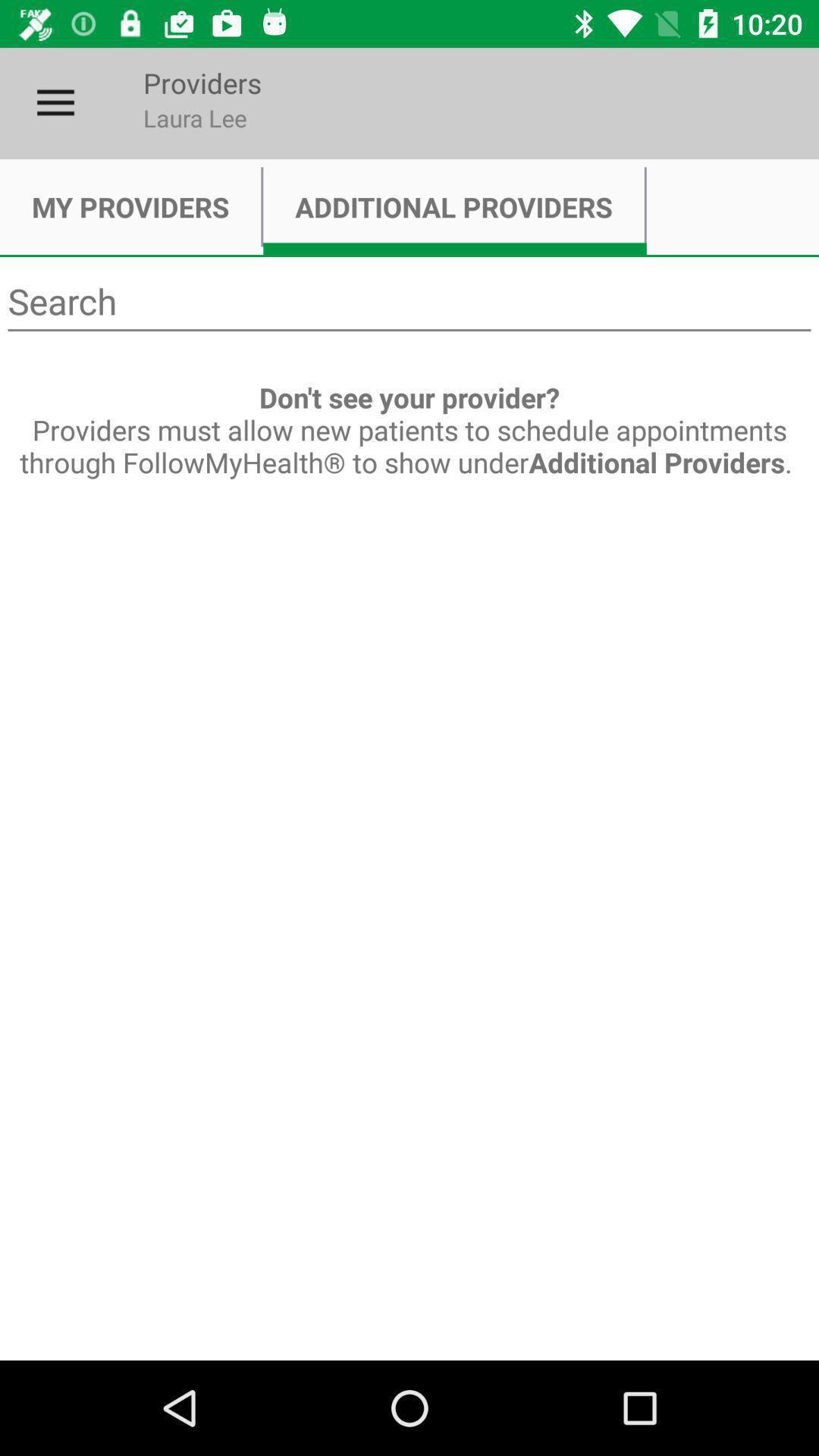 This screenshot has height=1456, width=819. I want to click on item to the left of the providers, so click(55, 102).